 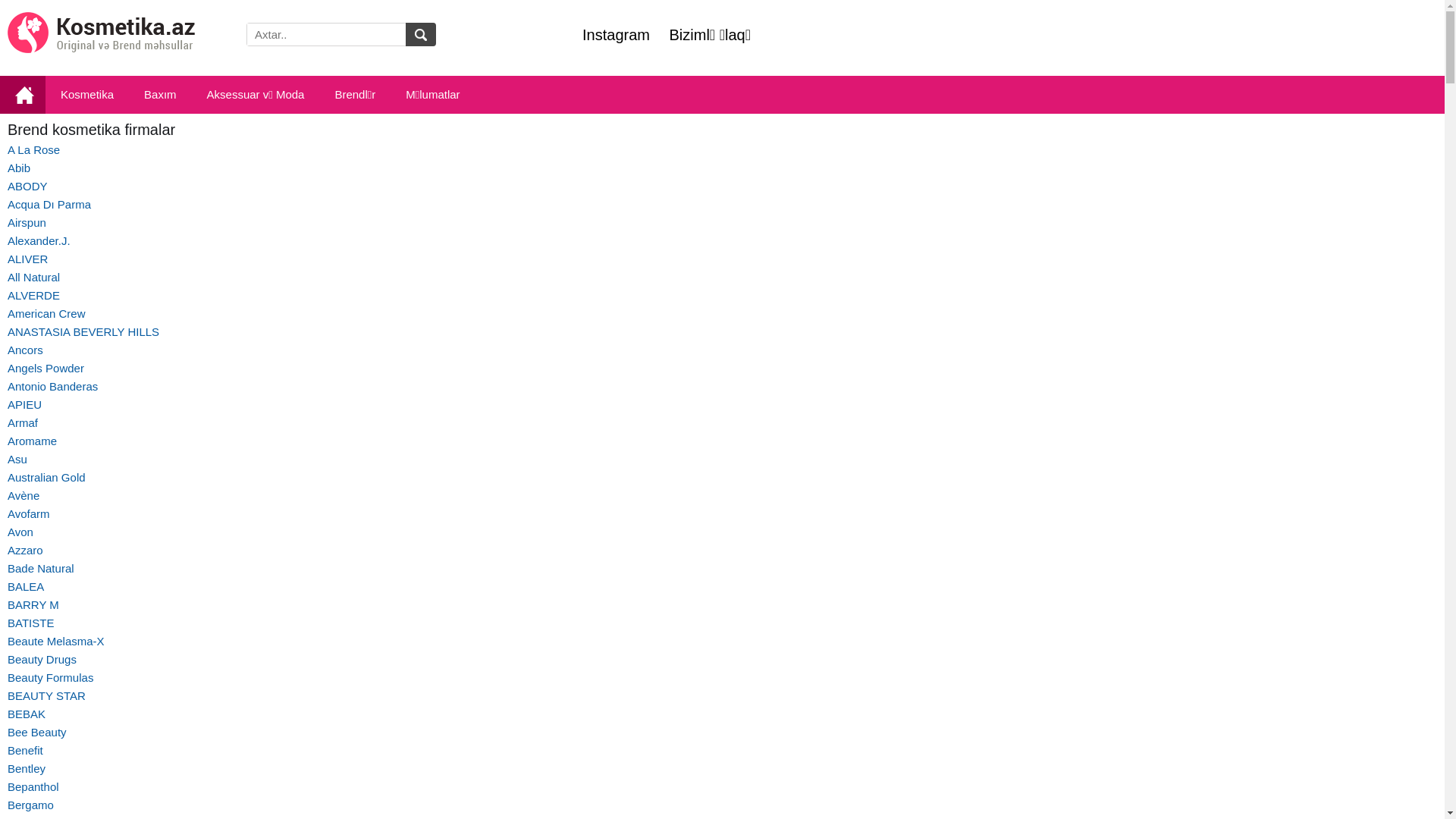 I want to click on 'Aromame', so click(x=32, y=441).